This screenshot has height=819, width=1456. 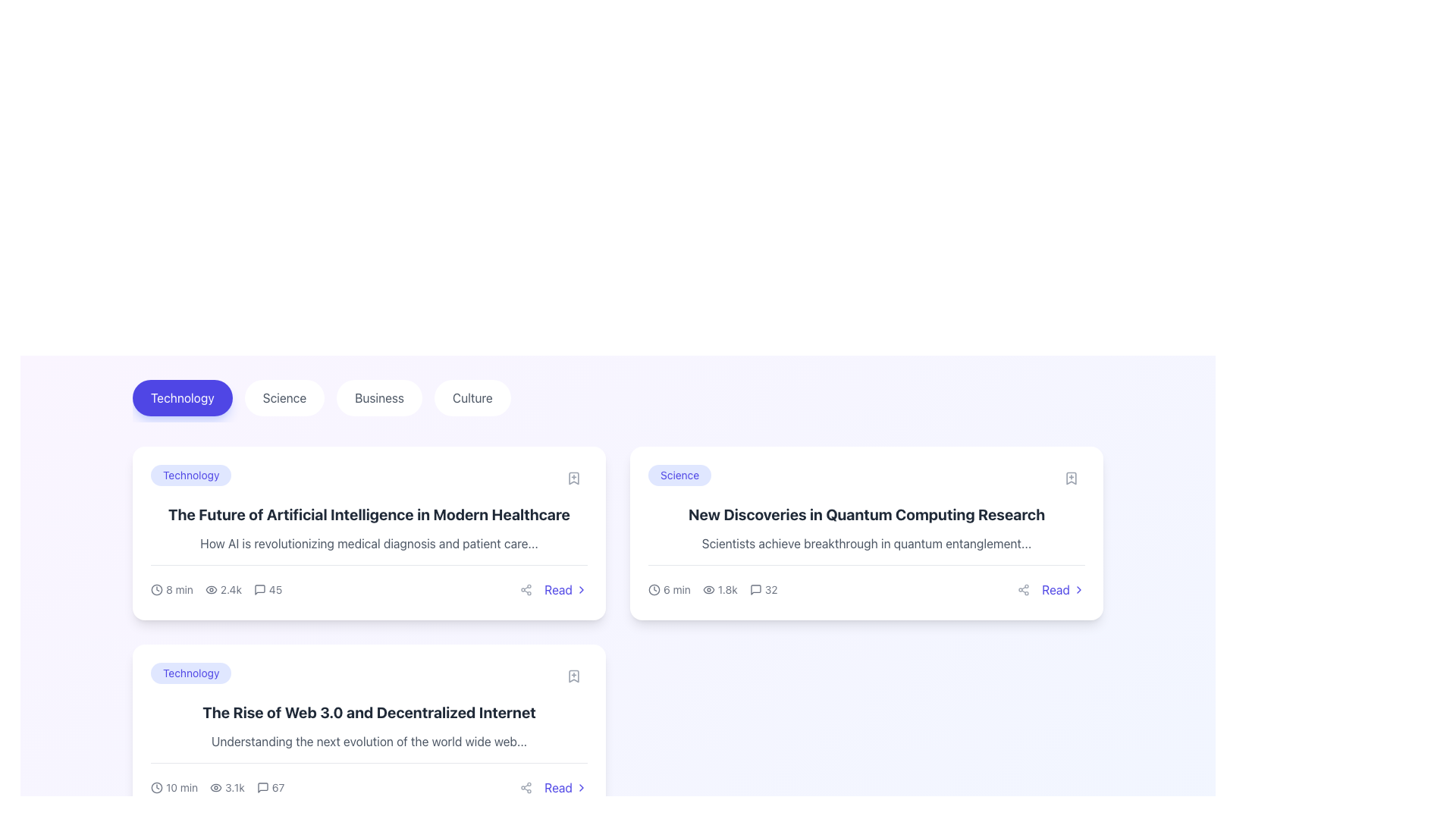 I want to click on the graphical icons (clock, eye, comment) in the informational bar of the blog article card located in the Technology category, so click(x=369, y=780).